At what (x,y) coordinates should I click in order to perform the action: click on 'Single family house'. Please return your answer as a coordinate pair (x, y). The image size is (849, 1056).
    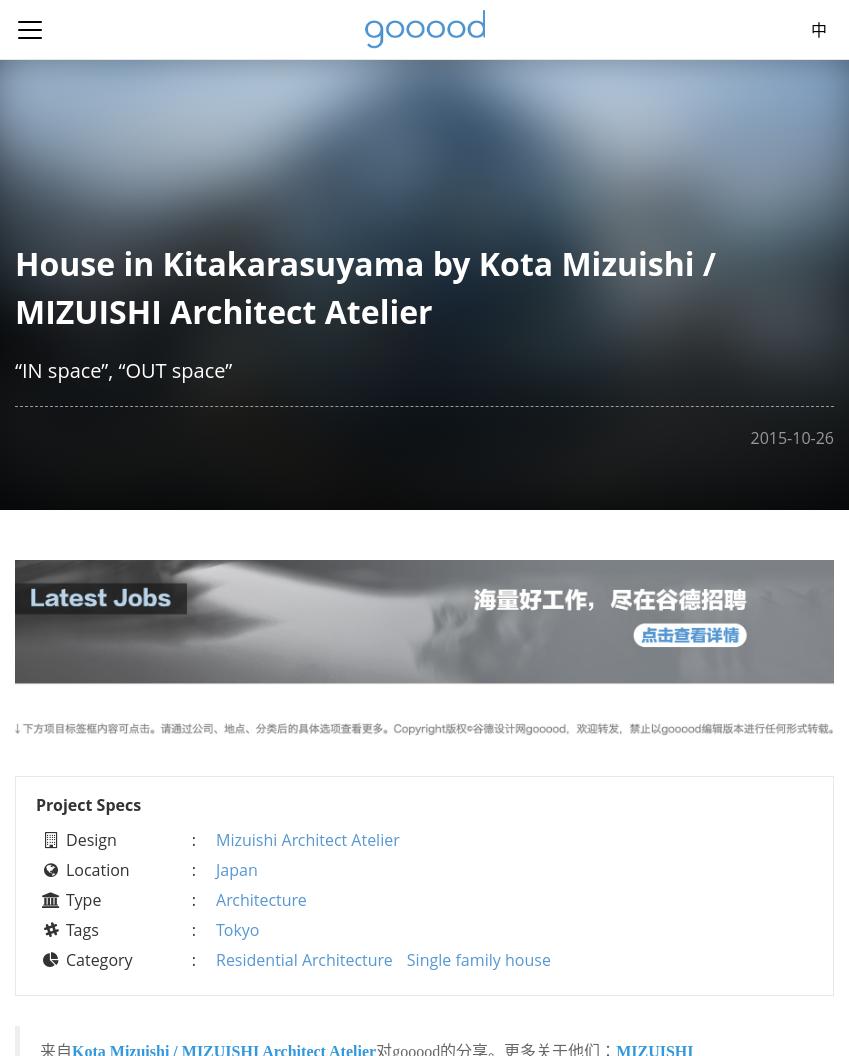
    Looking at the image, I should click on (476, 958).